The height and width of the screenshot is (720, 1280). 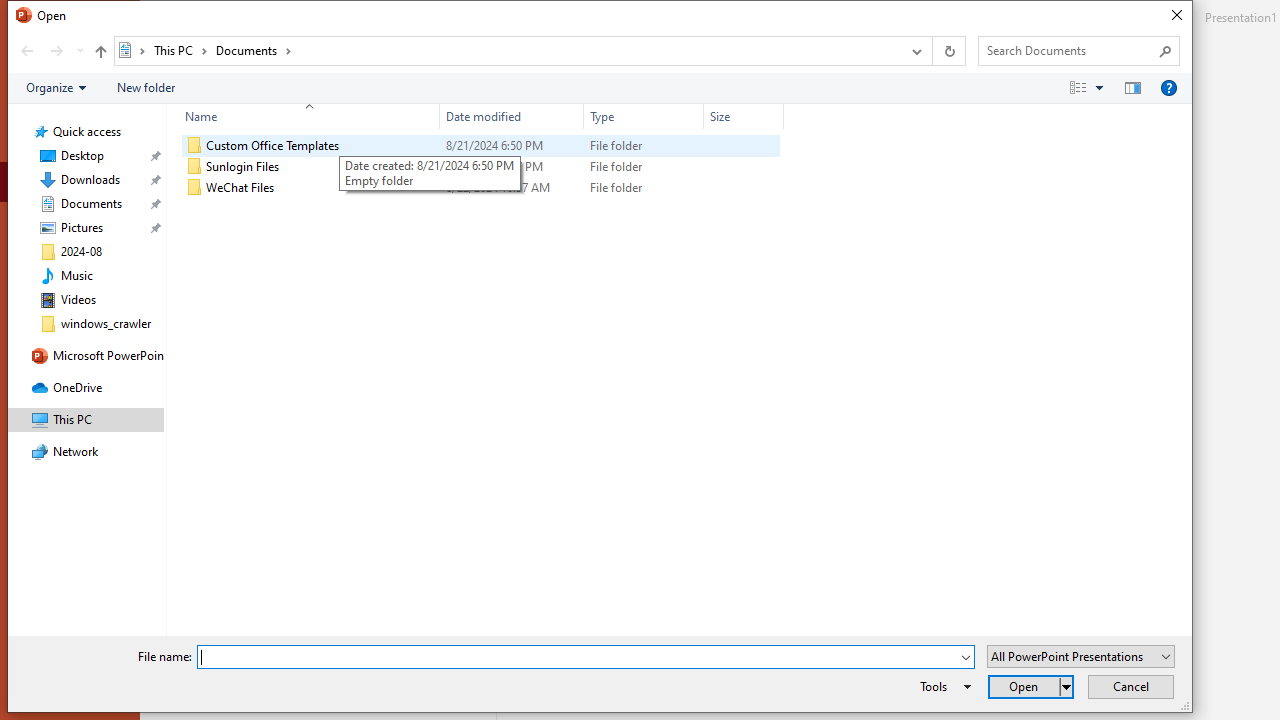 I want to click on 'Recent locations', so click(x=79, y=50).